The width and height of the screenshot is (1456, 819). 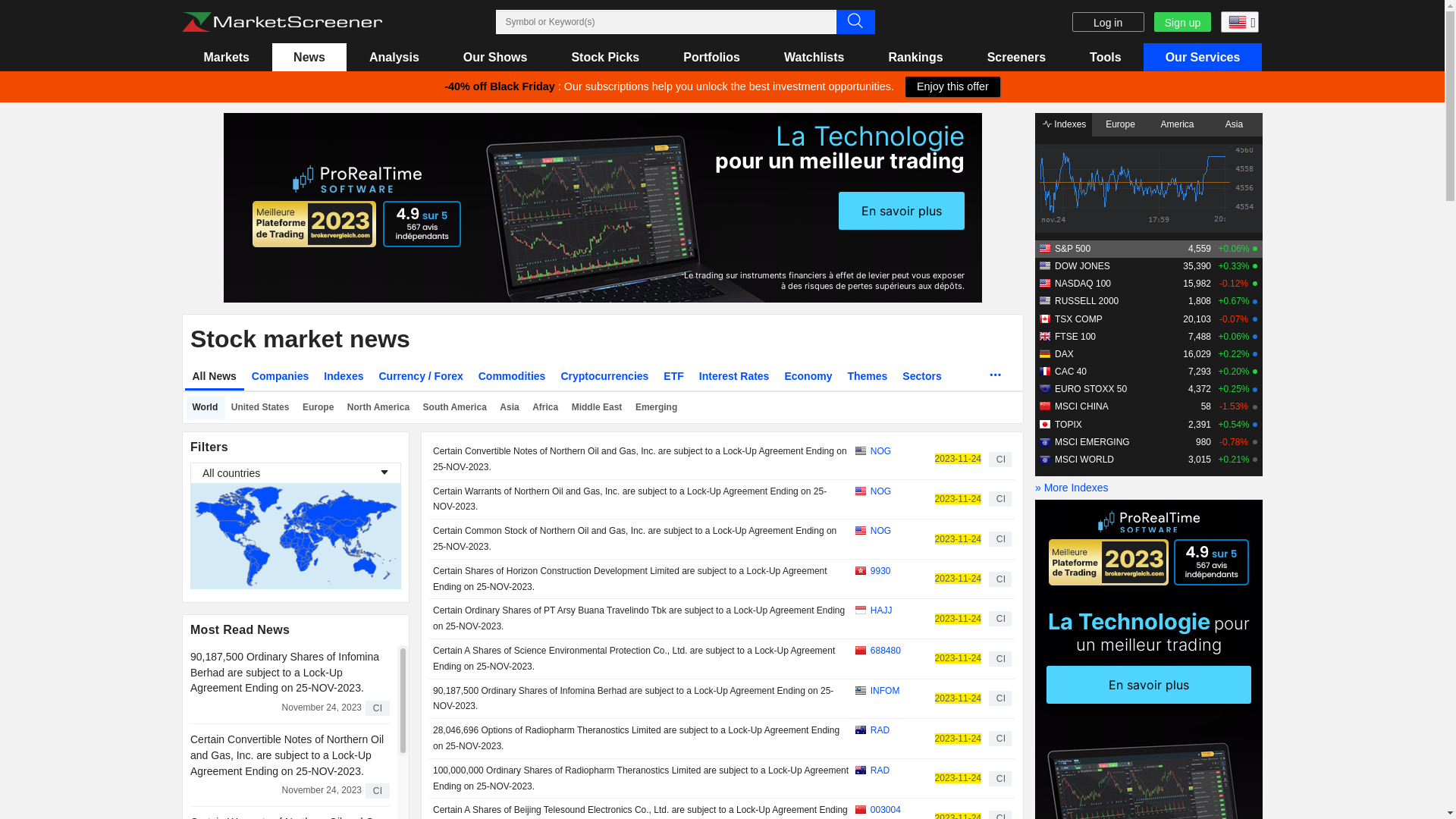 What do you see at coordinates (915, 56) in the screenshot?
I see `'Rankings'` at bounding box center [915, 56].